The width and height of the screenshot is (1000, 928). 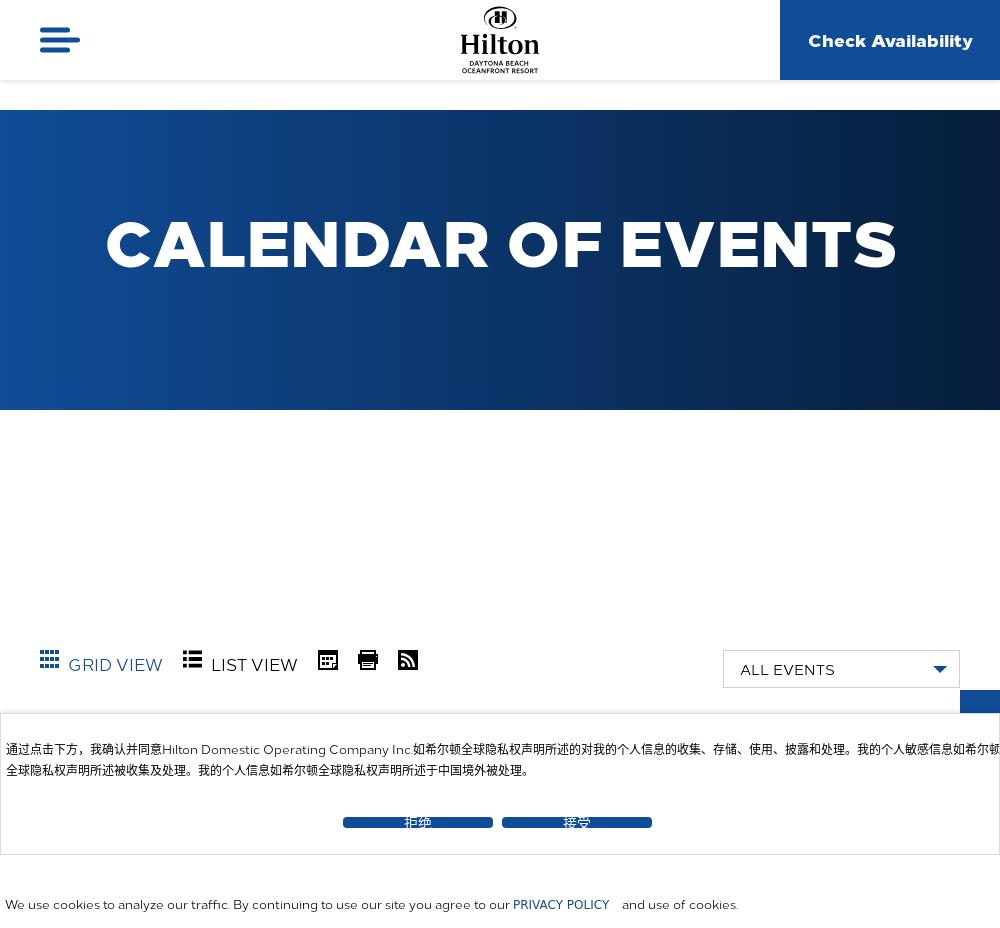 What do you see at coordinates (186, 854) in the screenshot?
I see `'August'` at bounding box center [186, 854].